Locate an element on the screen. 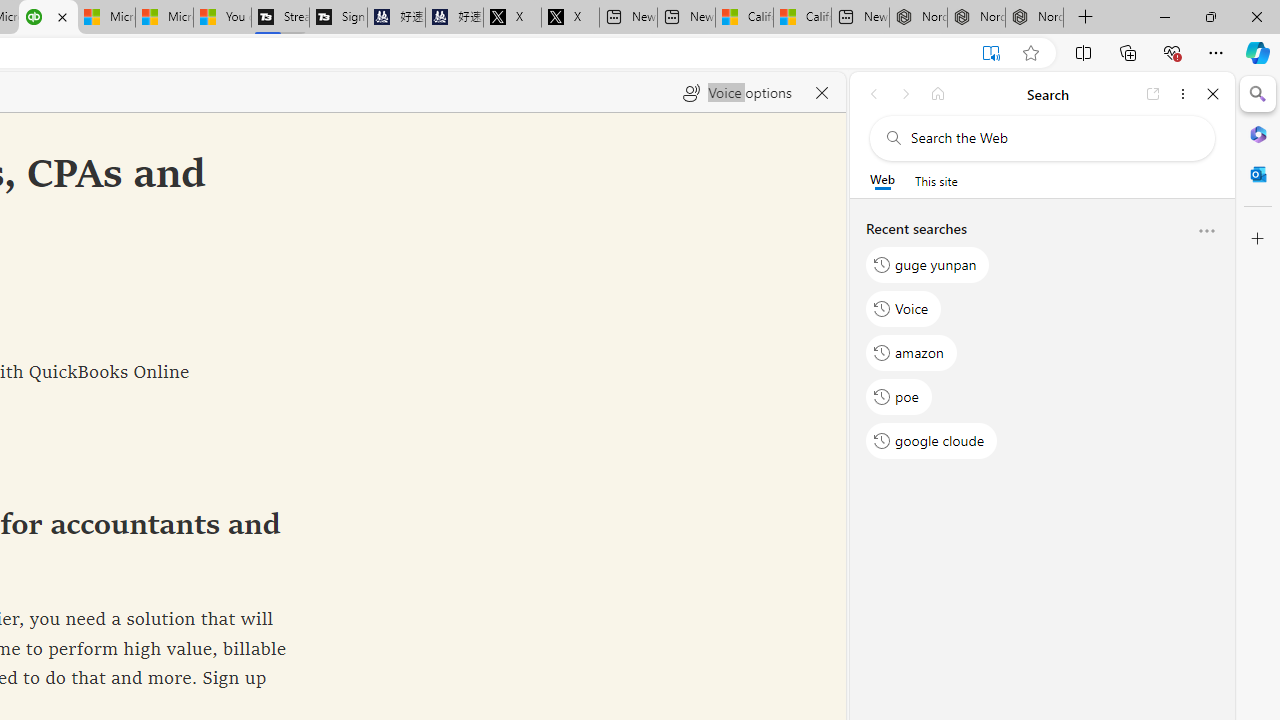 The image size is (1280, 720). 'Nordace - Siena Pro 15 Essential Set' is located at coordinates (1034, 17).